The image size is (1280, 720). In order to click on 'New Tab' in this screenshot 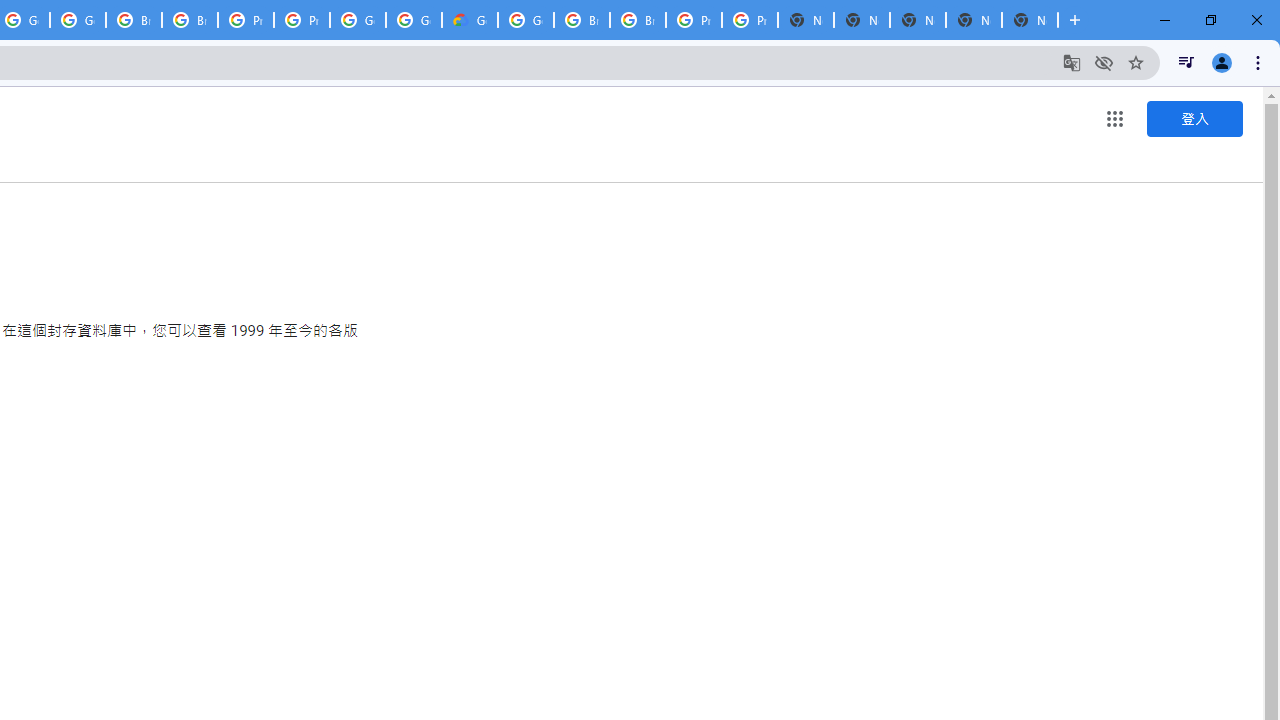, I will do `click(1030, 20)`.